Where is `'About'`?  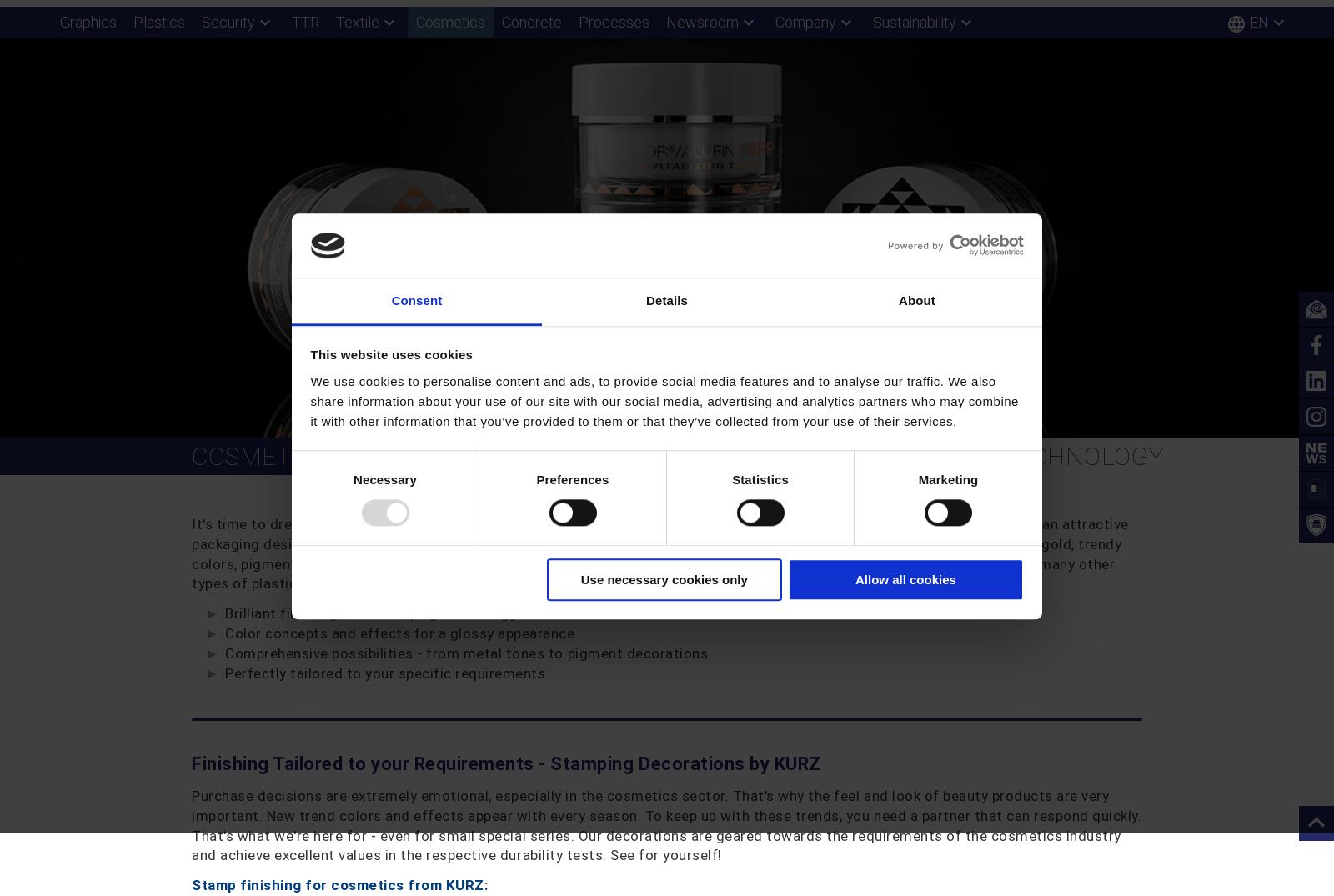 'About' is located at coordinates (916, 300).